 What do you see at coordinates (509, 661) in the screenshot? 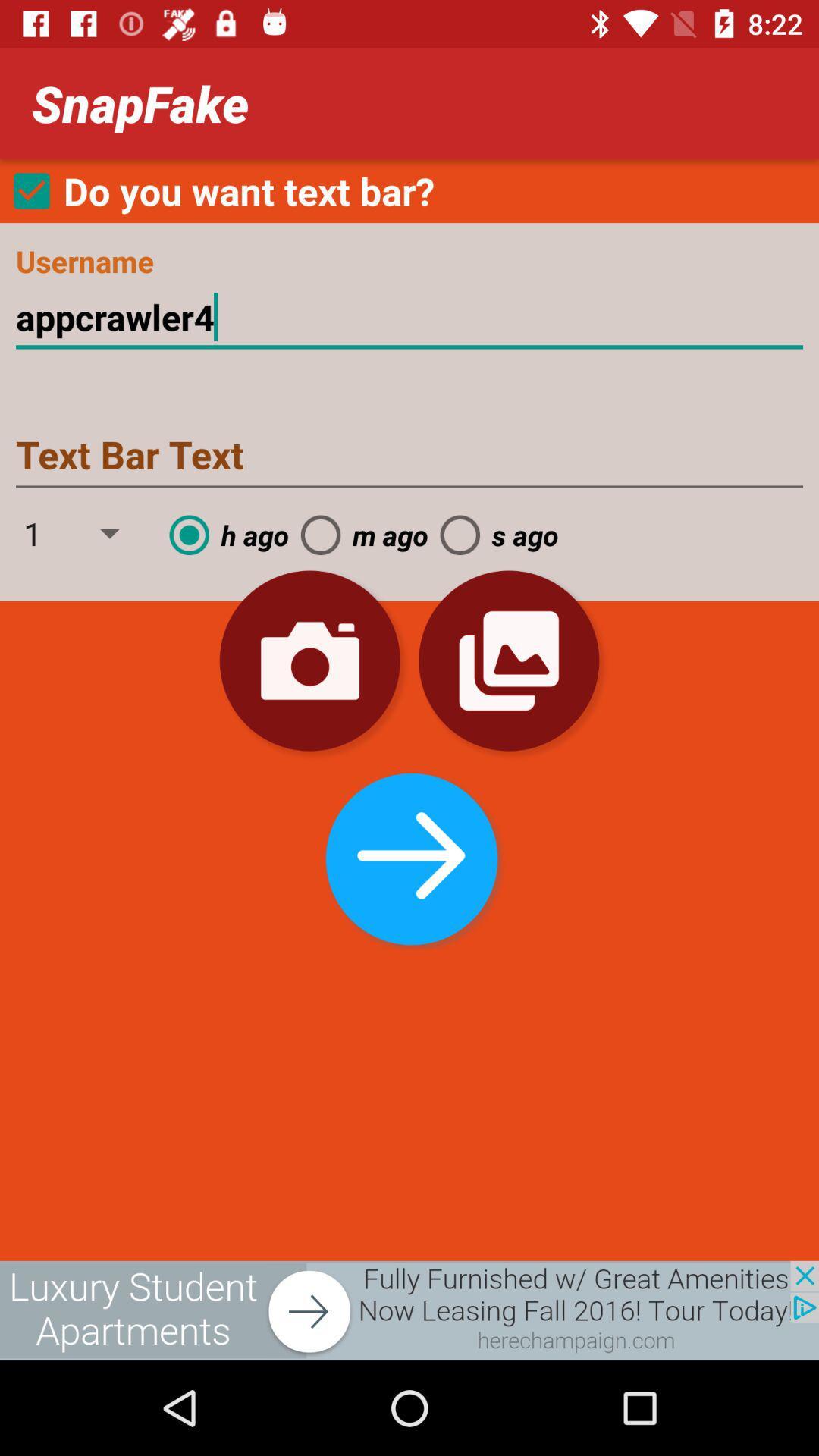
I see `open photos` at bounding box center [509, 661].